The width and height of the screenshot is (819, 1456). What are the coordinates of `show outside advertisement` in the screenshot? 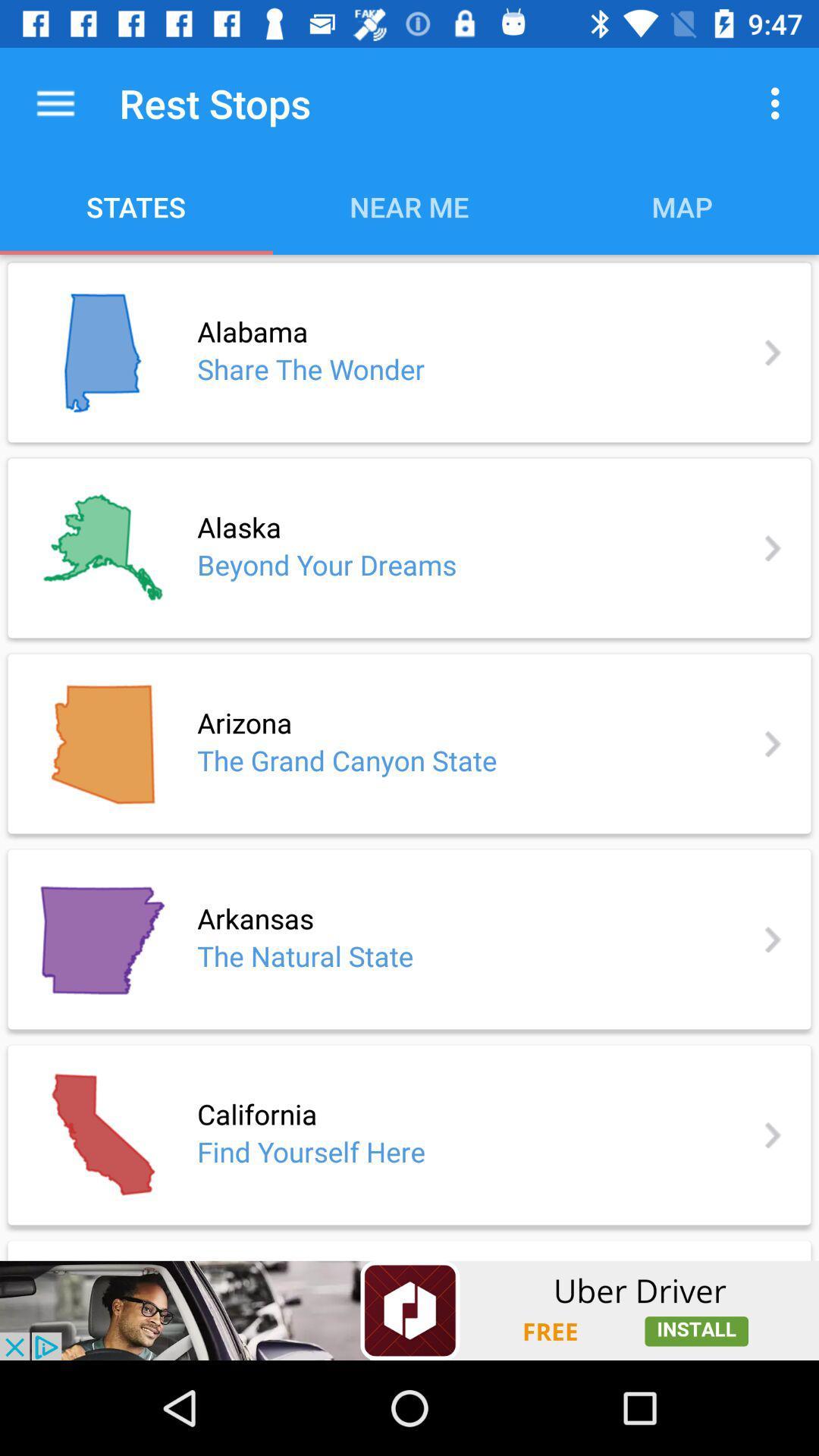 It's located at (409, 1310).